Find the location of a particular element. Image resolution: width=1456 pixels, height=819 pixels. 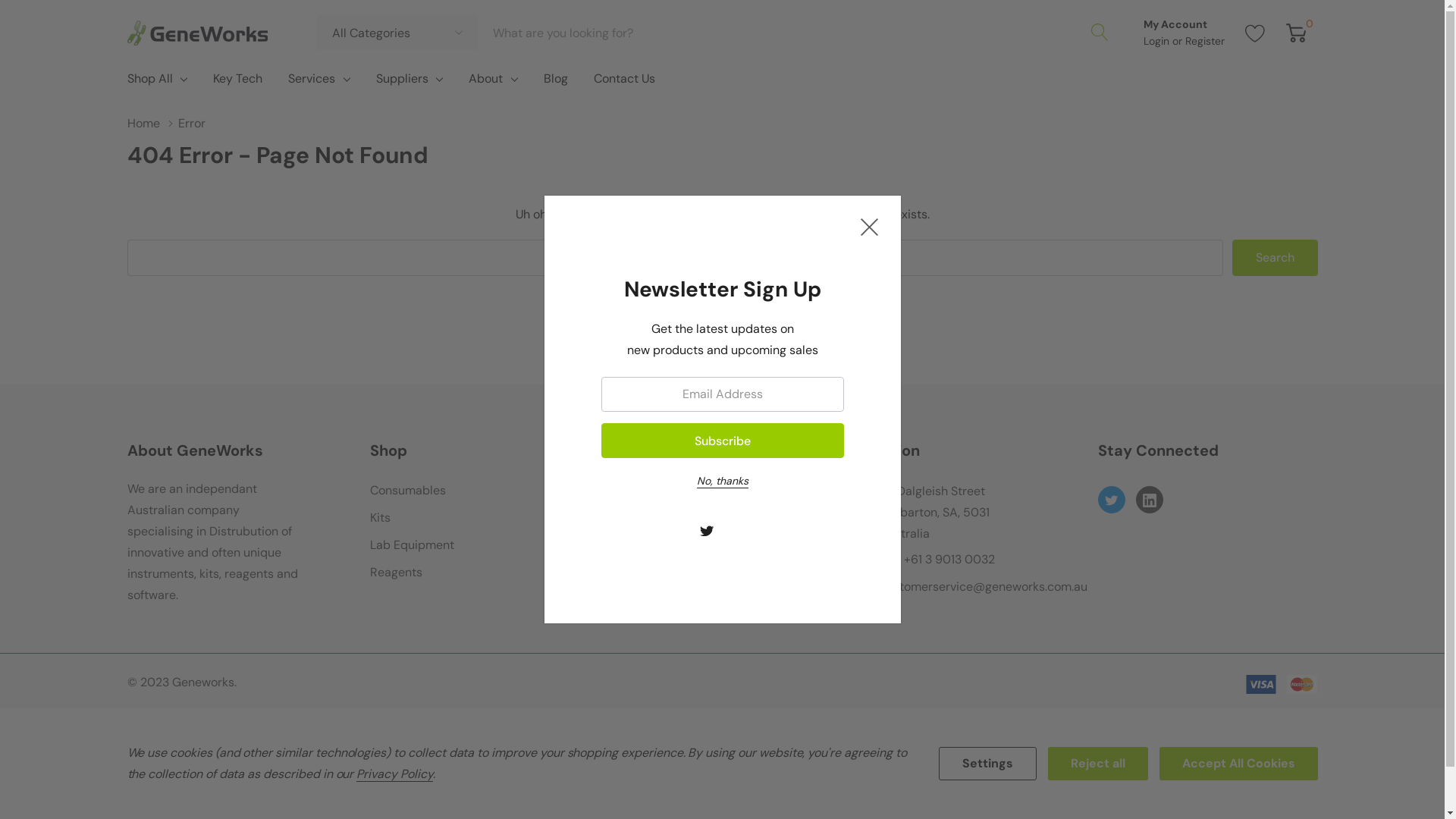

'customerservice@geneworks.com.au' is located at coordinates (983, 586).